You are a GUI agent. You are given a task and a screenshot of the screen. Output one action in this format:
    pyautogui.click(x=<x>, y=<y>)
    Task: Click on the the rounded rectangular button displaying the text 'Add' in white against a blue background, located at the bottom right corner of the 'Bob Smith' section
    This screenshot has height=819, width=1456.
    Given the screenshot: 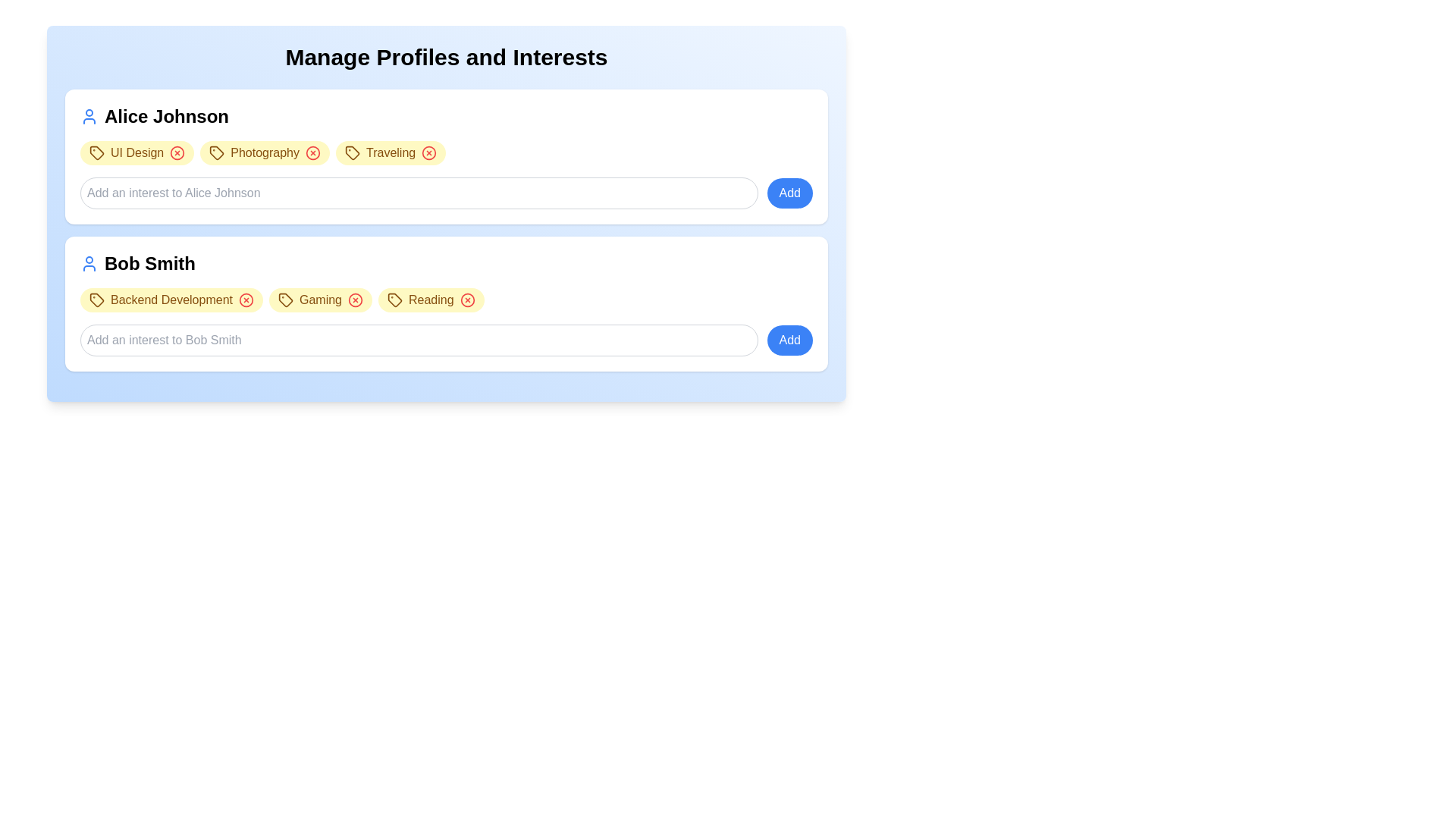 What is the action you would take?
    pyautogui.click(x=789, y=339)
    